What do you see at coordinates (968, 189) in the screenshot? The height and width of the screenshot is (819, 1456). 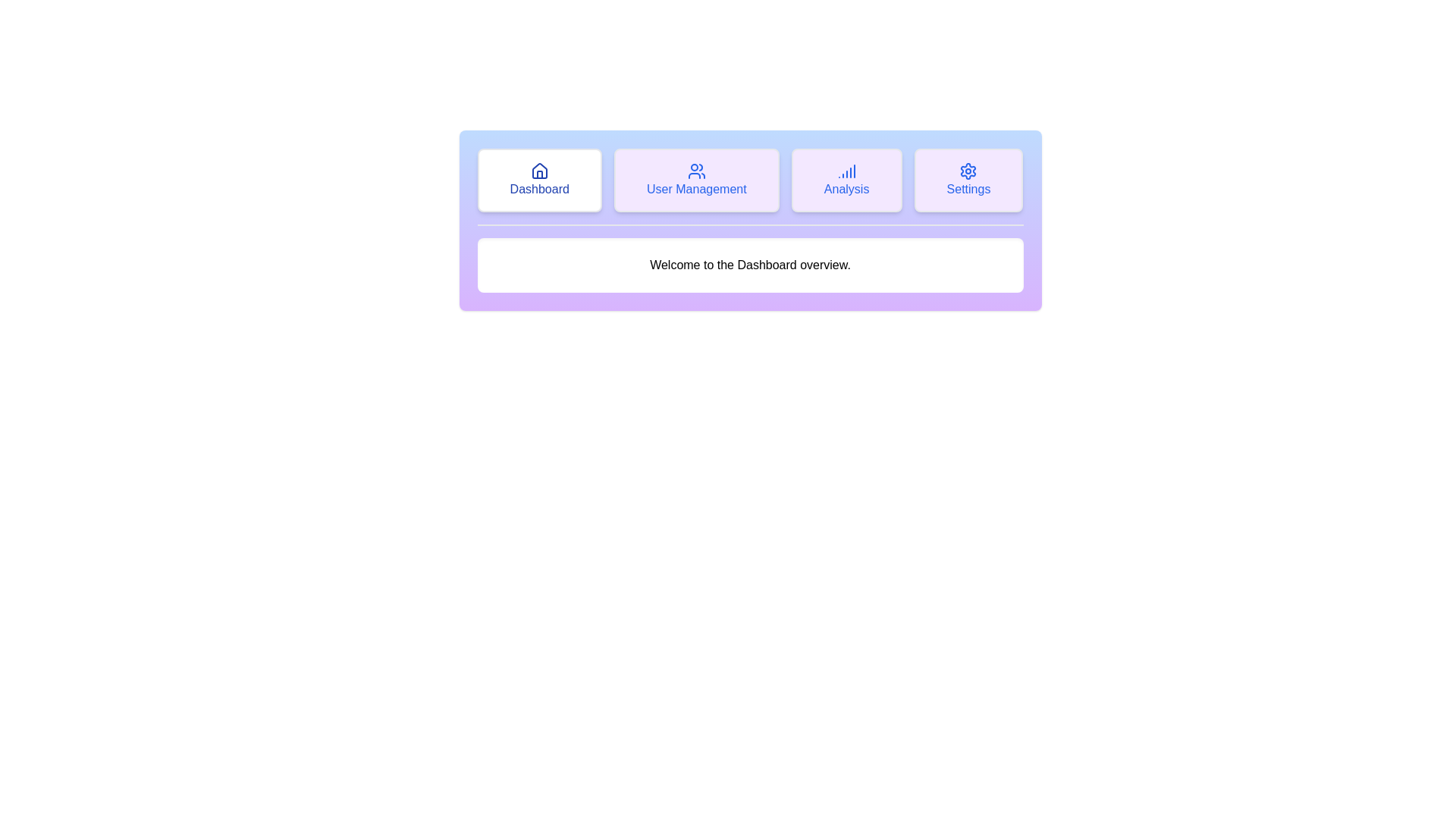 I see `the 'Settings' text label, which is styled in blue and located beneath a gear icon` at bounding box center [968, 189].